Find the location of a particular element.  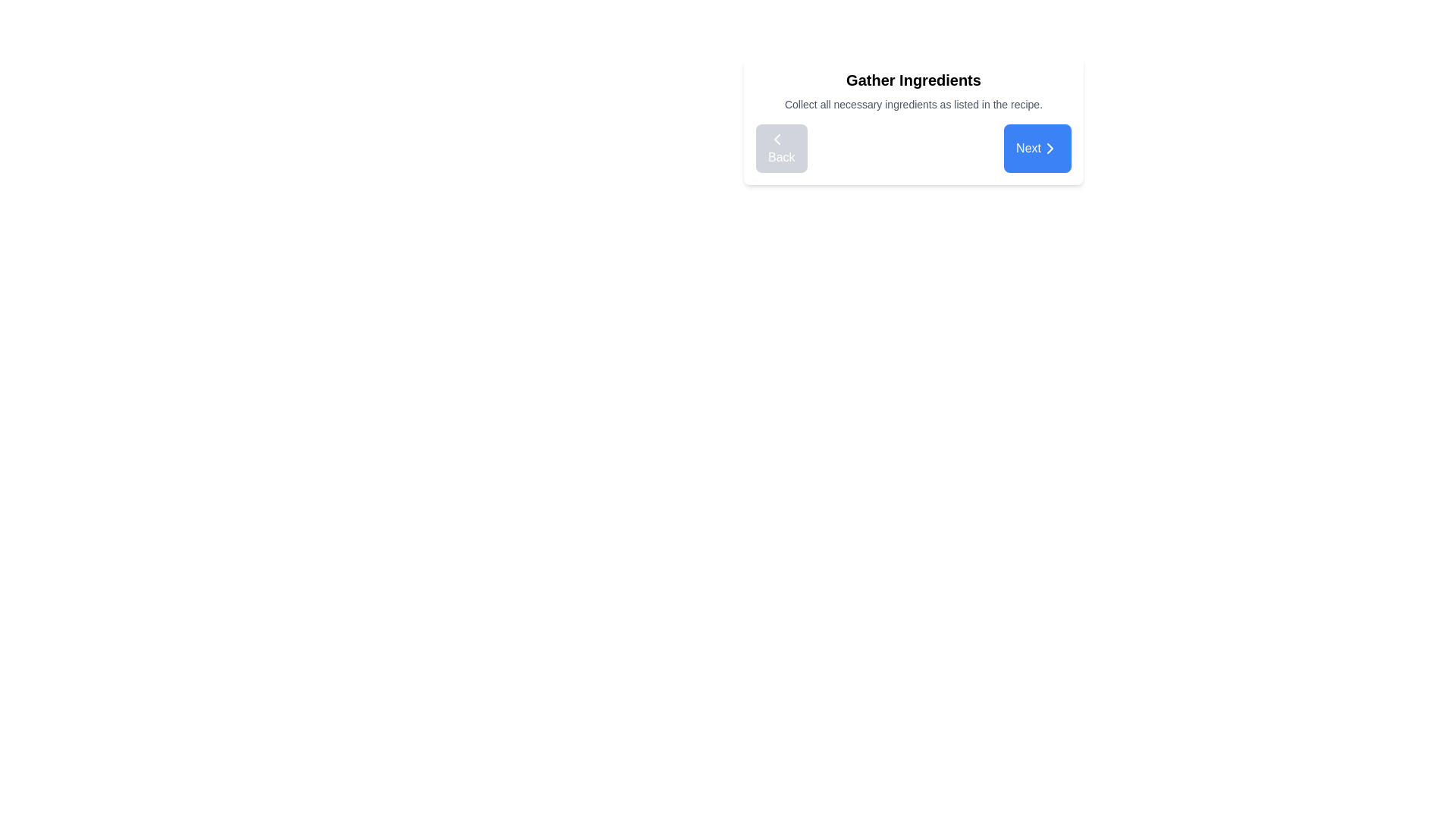

the bold text label reading 'Gather Ingredients' located at the center-top of the card-like structure is located at coordinates (912, 80).